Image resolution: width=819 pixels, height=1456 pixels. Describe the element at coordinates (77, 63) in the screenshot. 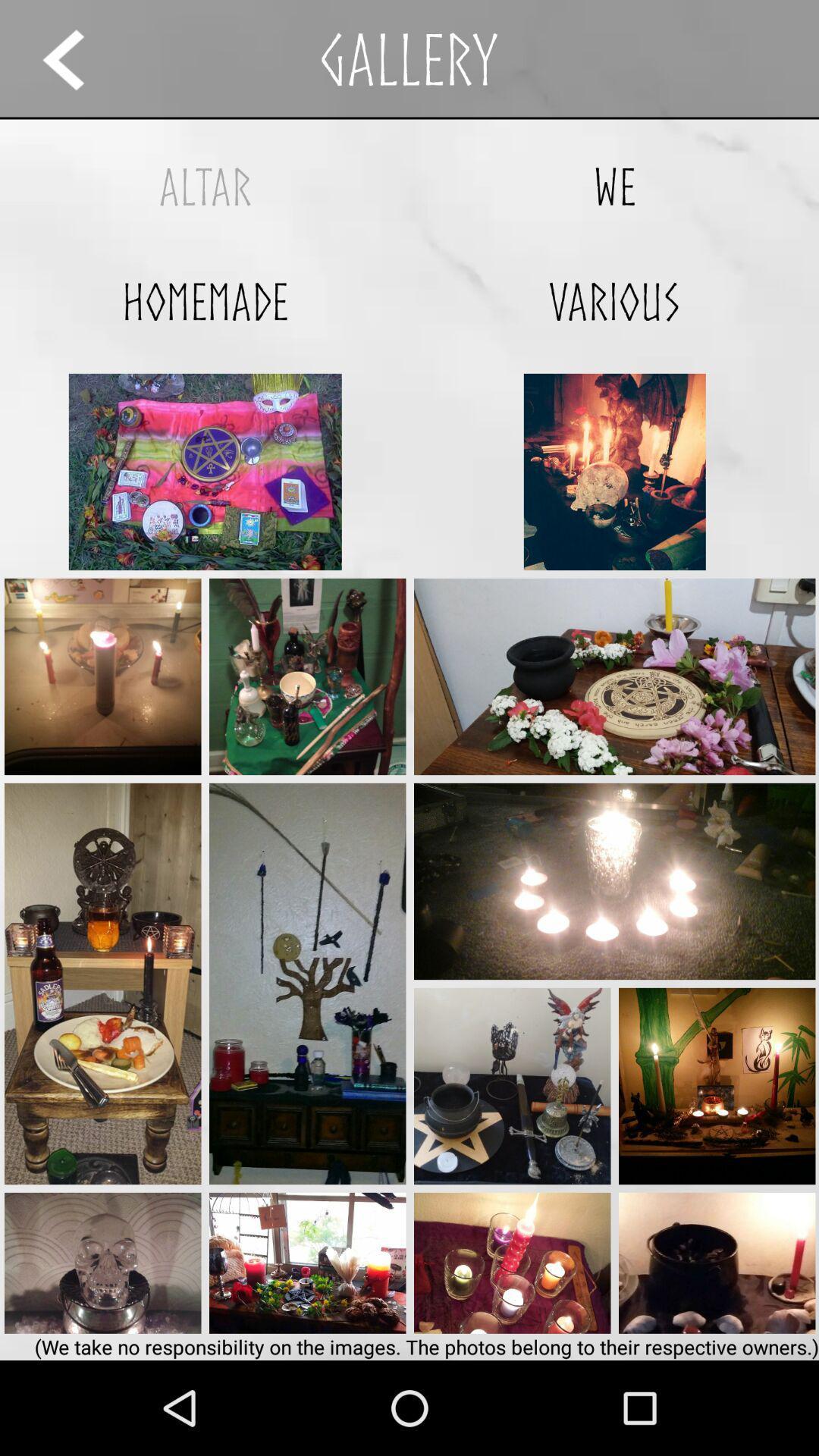

I see `the arrow_backward icon` at that location.